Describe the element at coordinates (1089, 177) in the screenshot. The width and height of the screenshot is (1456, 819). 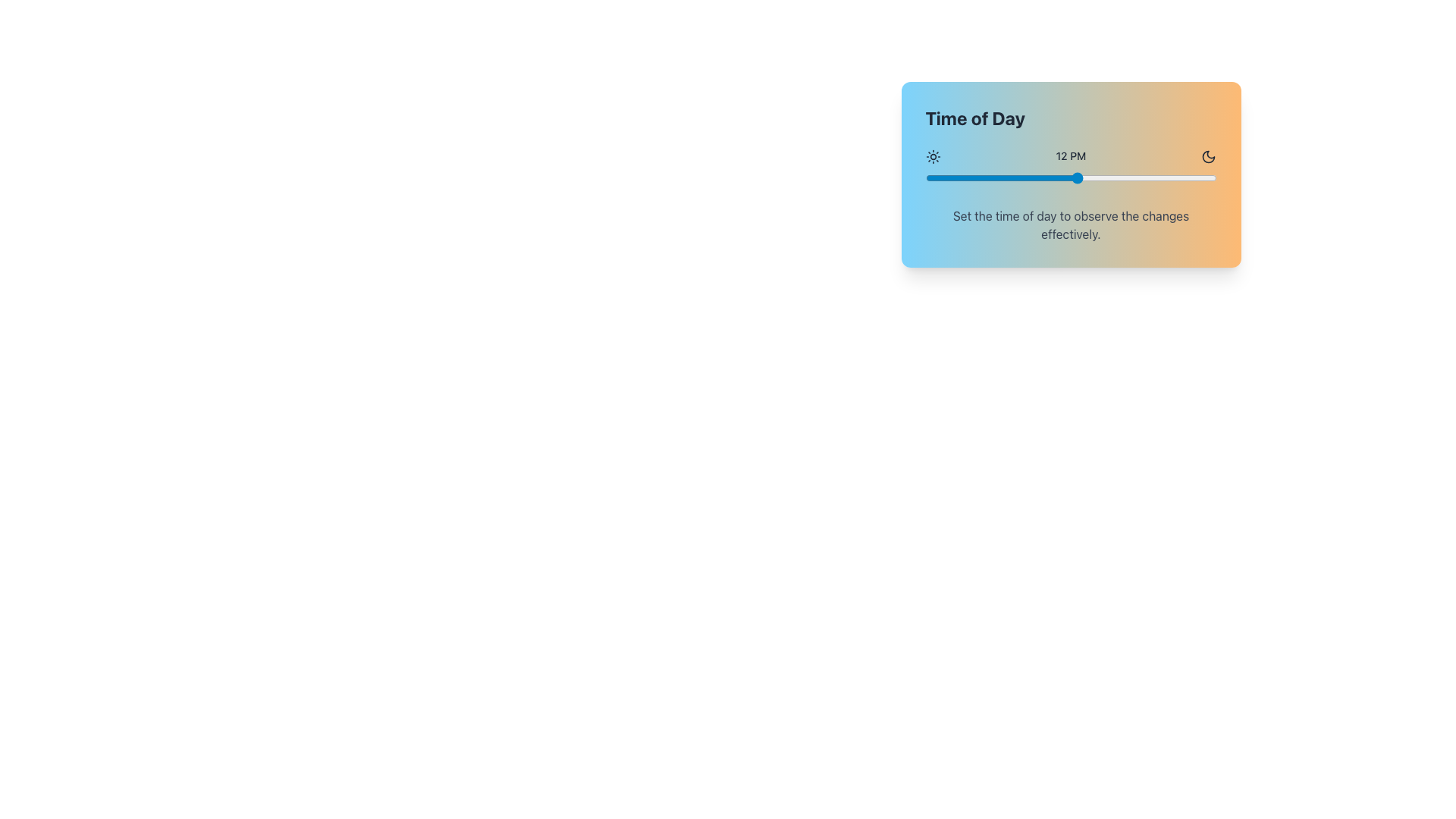
I see `the slider value` at that location.